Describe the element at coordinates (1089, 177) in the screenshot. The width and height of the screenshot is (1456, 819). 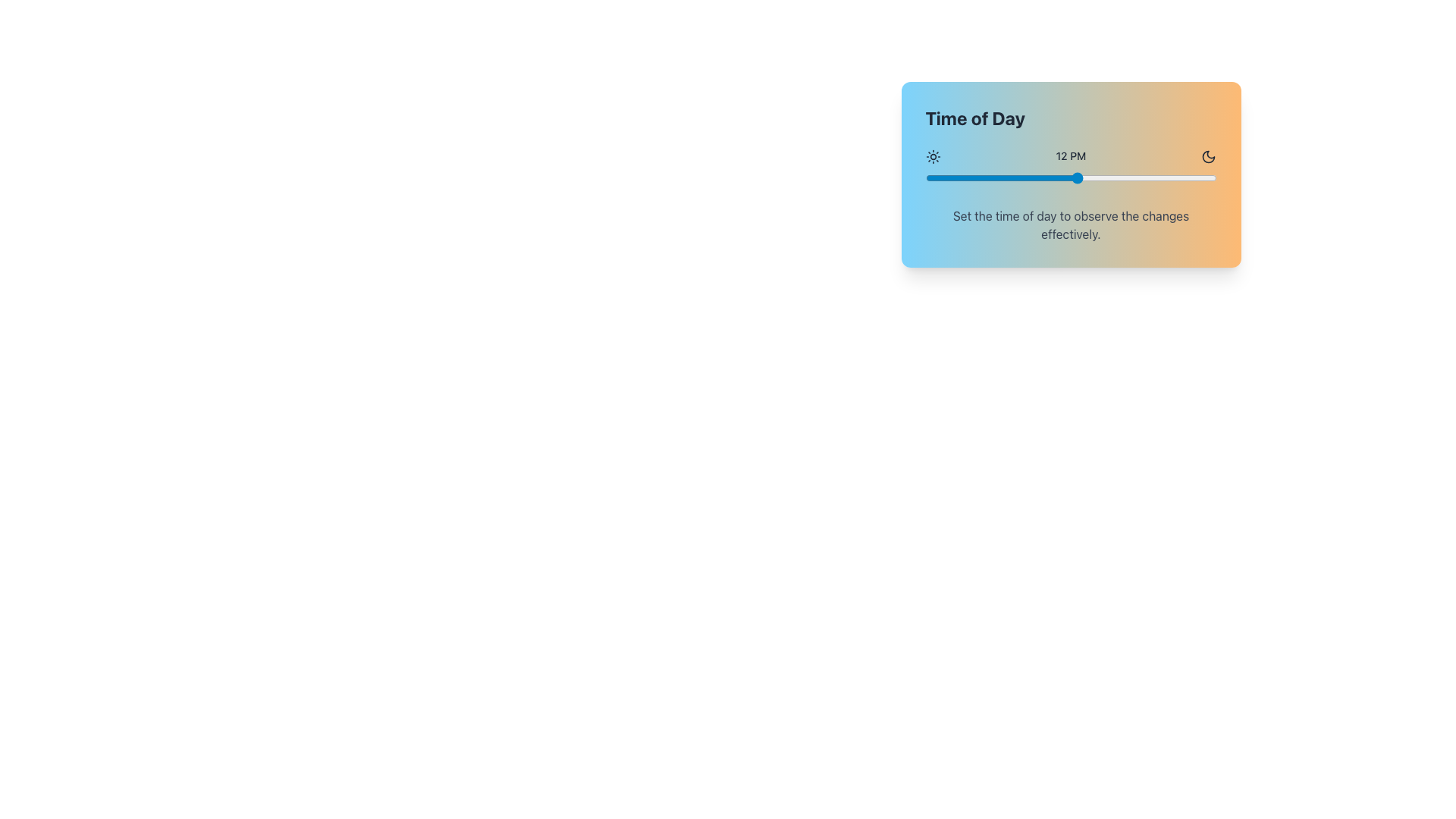
I see `the slider value` at that location.